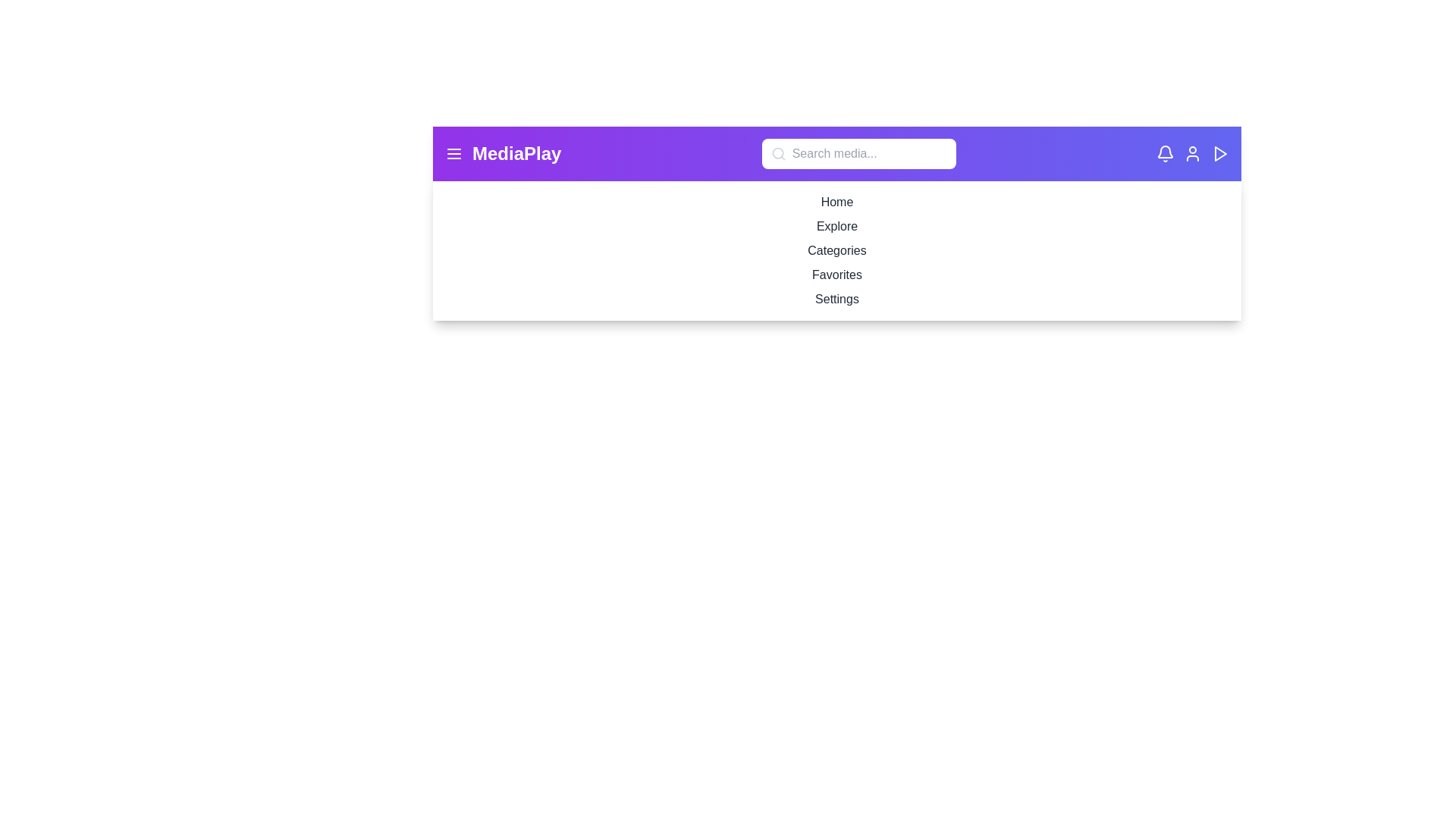 This screenshot has width=1456, height=819. Describe the element at coordinates (1164, 152) in the screenshot. I see `the notification bell icon located` at that location.